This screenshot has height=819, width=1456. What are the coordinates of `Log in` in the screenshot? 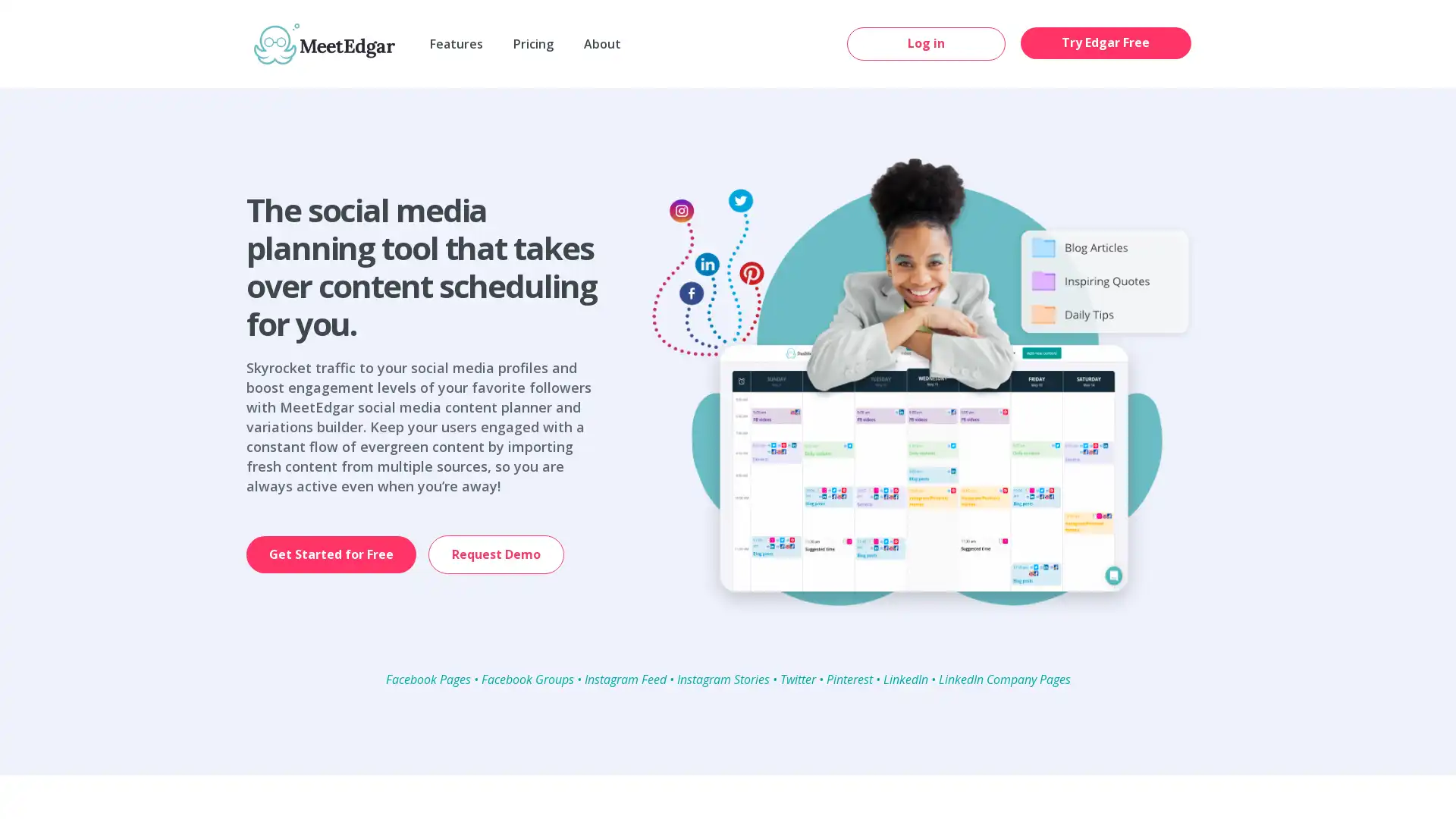 It's located at (925, 42).